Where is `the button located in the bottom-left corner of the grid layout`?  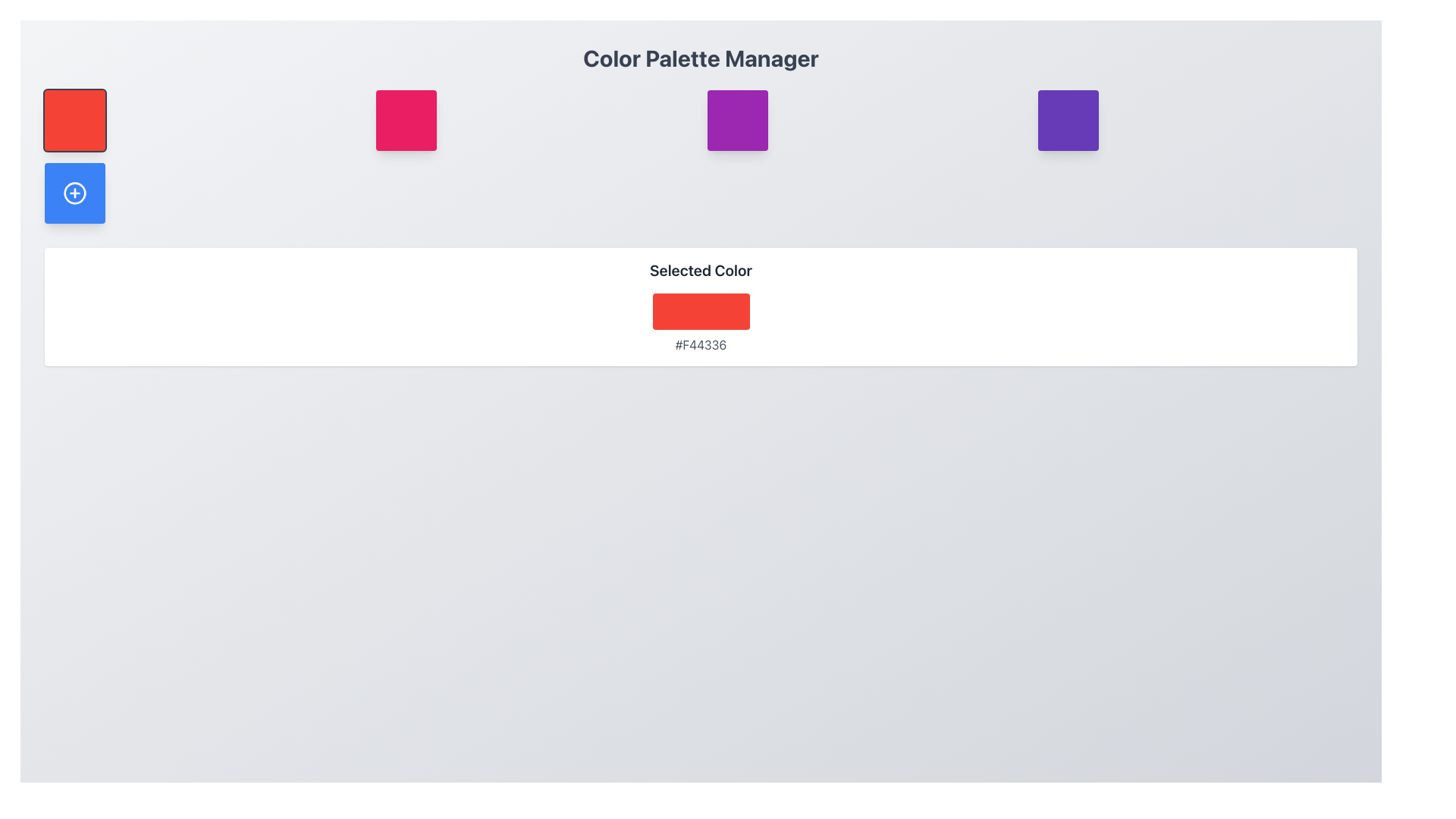
the button located in the bottom-left corner of the grid layout is located at coordinates (74, 192).